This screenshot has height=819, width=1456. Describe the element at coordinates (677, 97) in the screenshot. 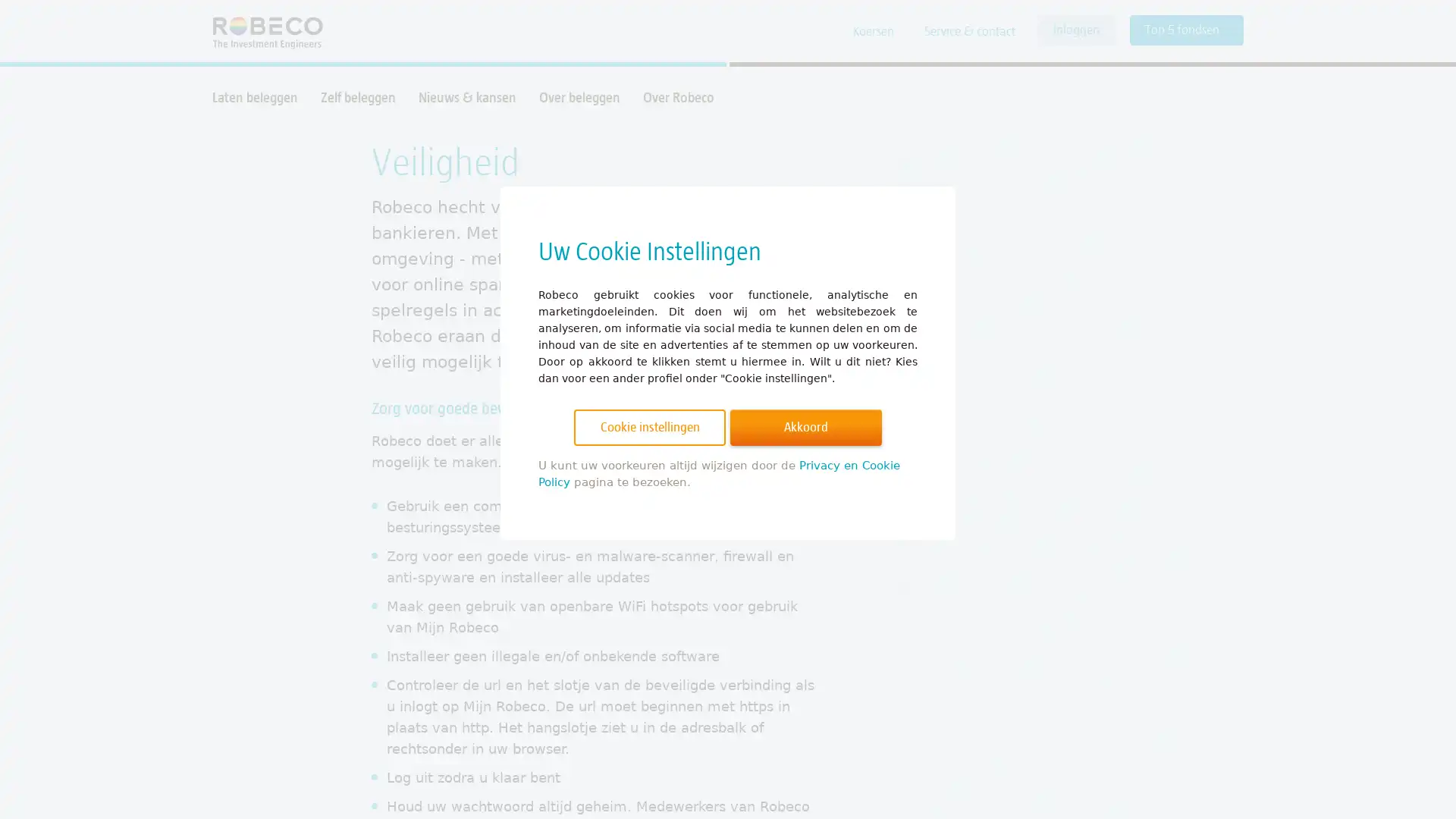

I see `Over Robeco` at that location.